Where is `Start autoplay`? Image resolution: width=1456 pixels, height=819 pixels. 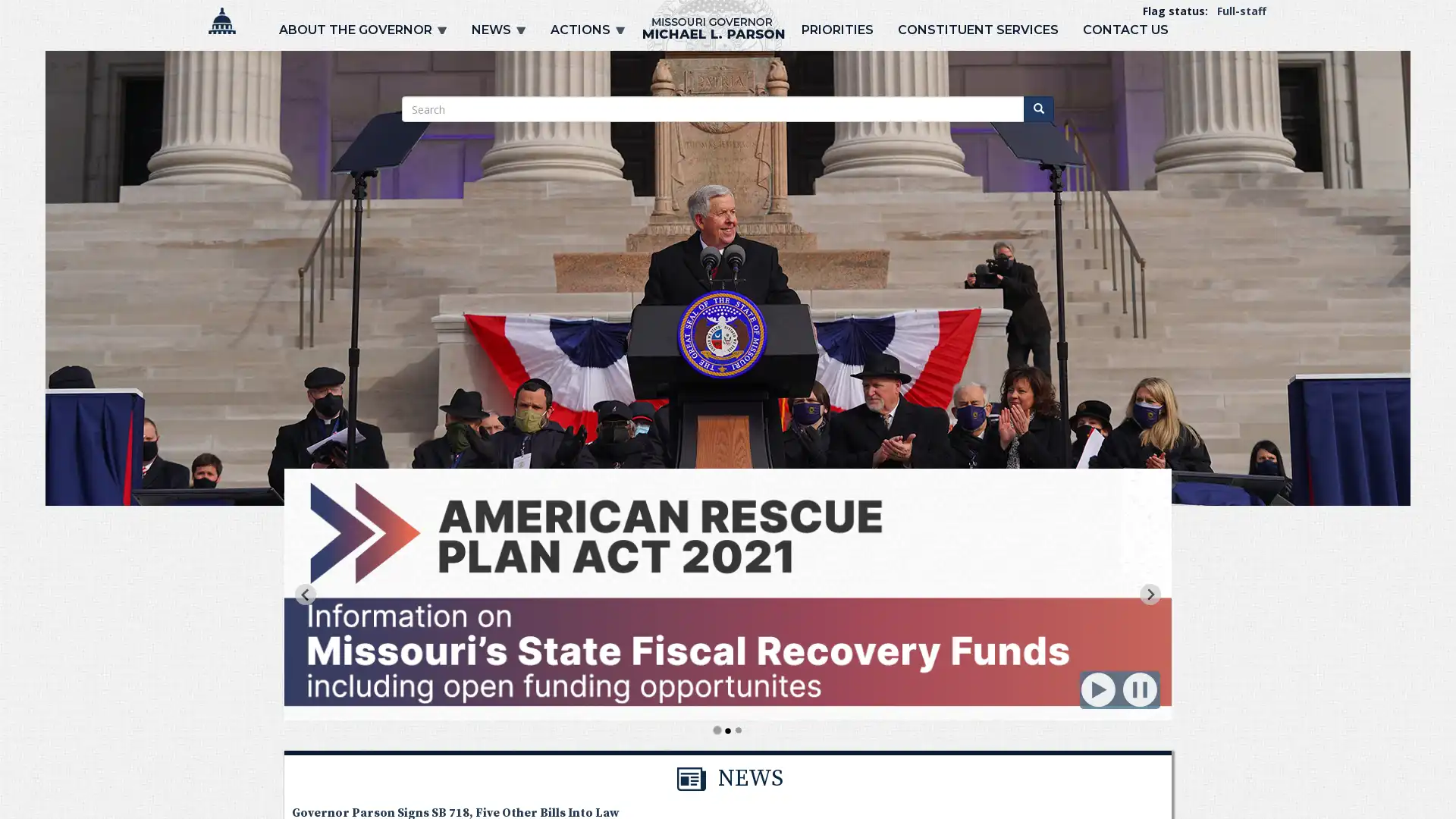 Start autoplay is located at coordinates (1099, 690).